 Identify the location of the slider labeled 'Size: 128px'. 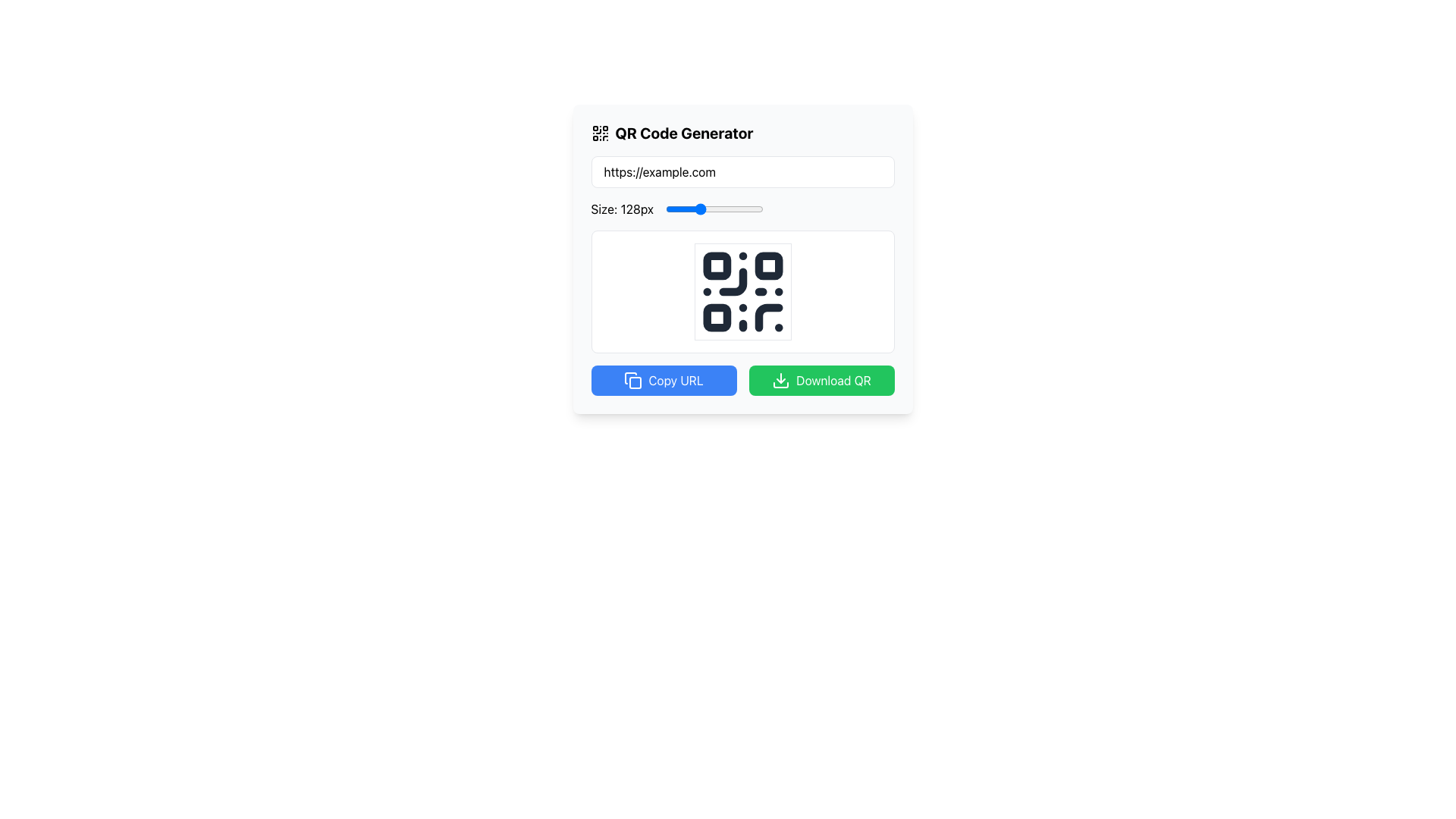
(742, 209).